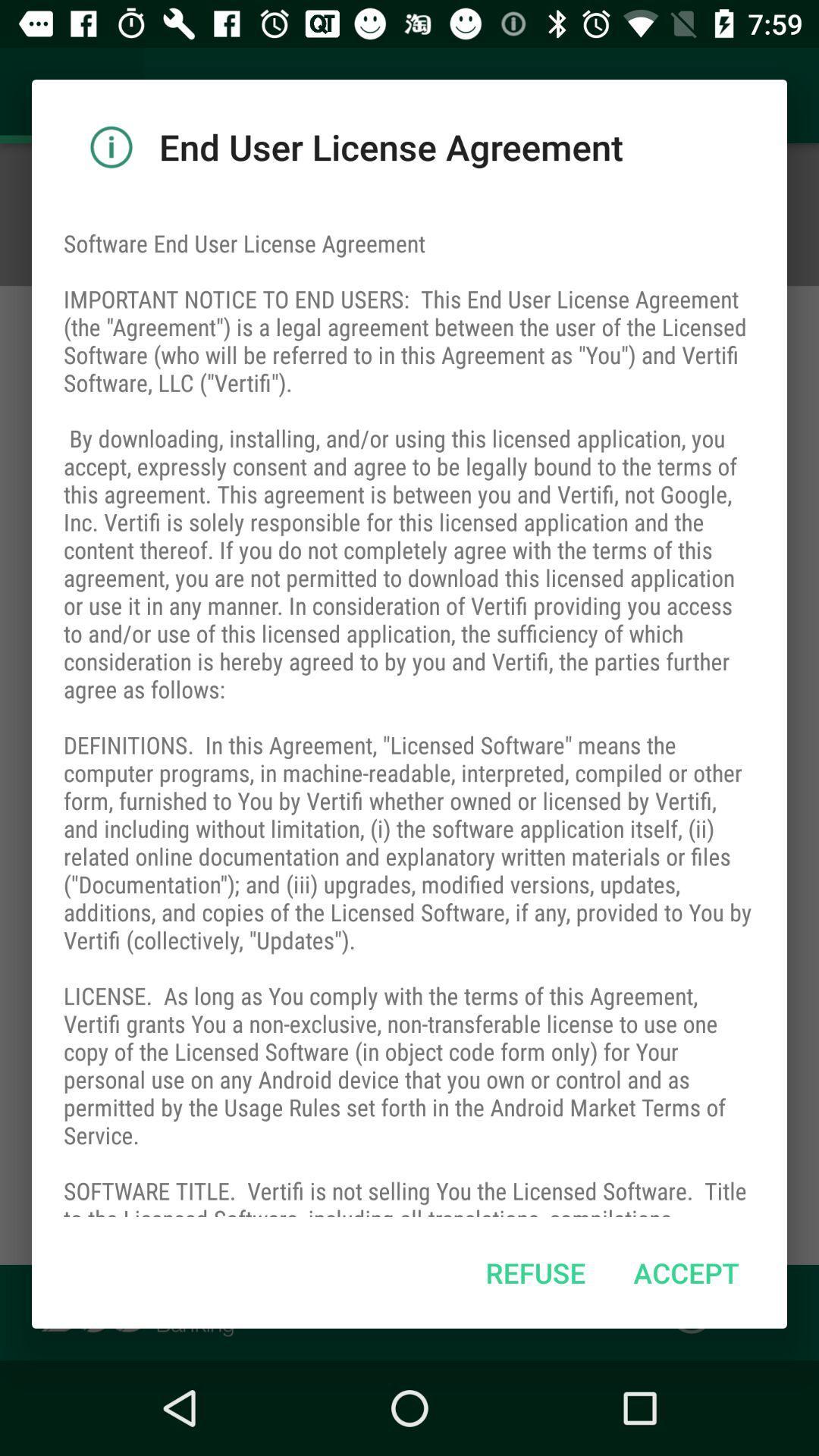 This screenshot has height=1456, width=819. I want to click on item to the left of accept icon, so click(535, 1272).